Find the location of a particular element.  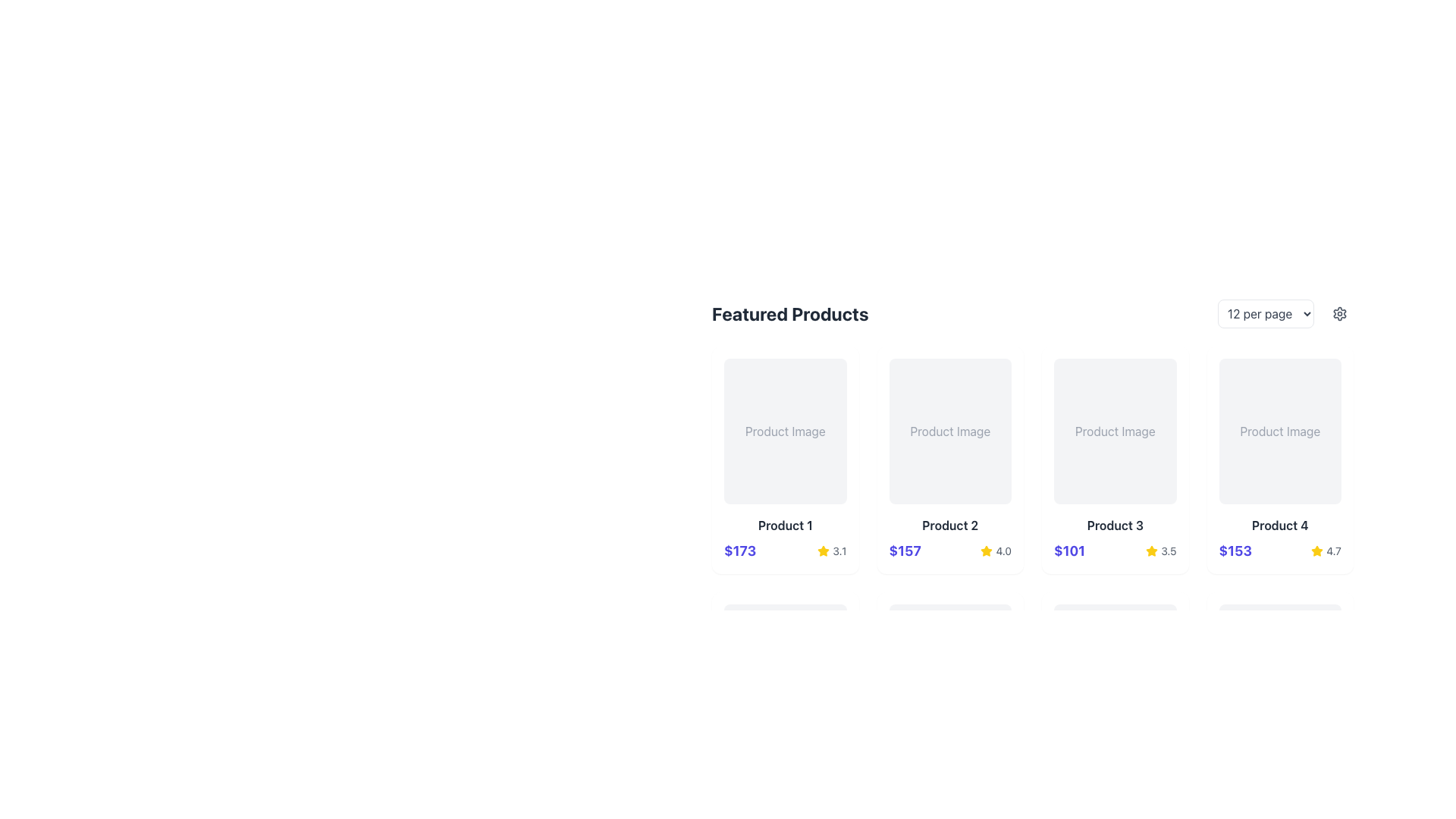

the price text label of the fourth product located below the 'Product 4' label is located at coordinates (1235, 551).